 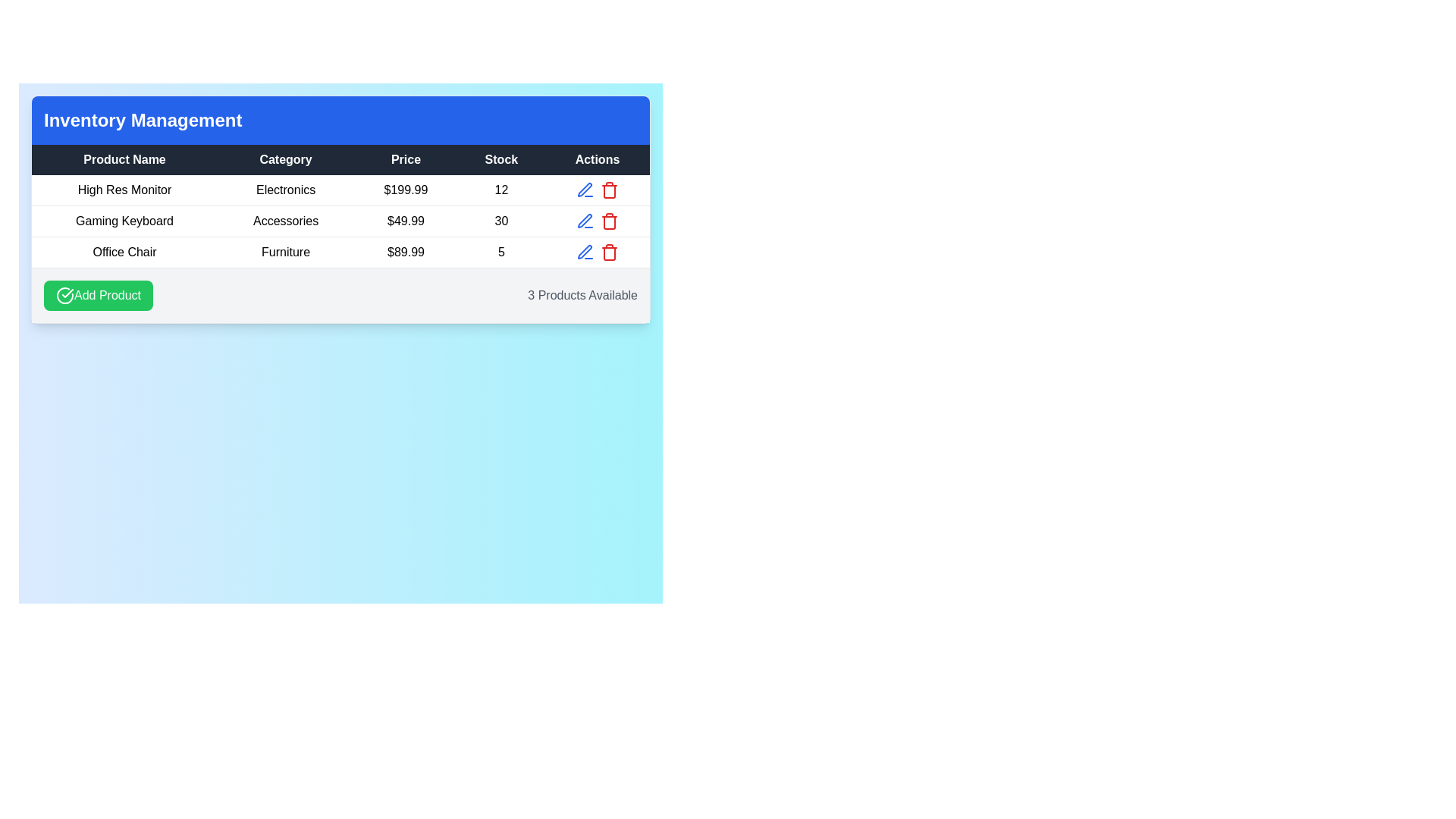 I want to click on the label indicating the category of the 'Gaming Keyboard' product, which is located in the second cell of the second row under the 'Category' column, so click(x=286, y=221).